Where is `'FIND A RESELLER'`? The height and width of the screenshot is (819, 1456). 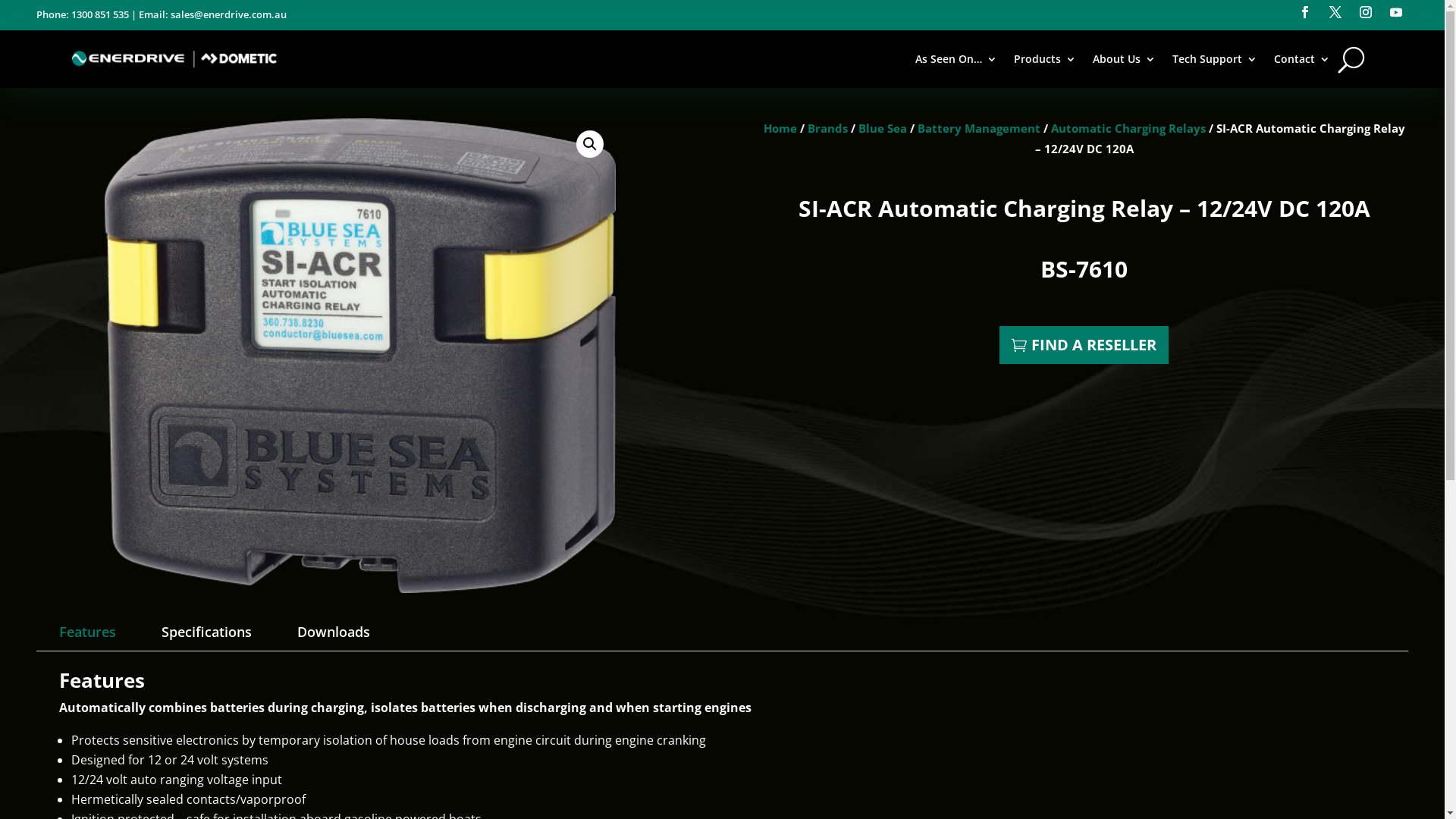 'FIND A RESELLER' is located at coordinates (1083, 345).